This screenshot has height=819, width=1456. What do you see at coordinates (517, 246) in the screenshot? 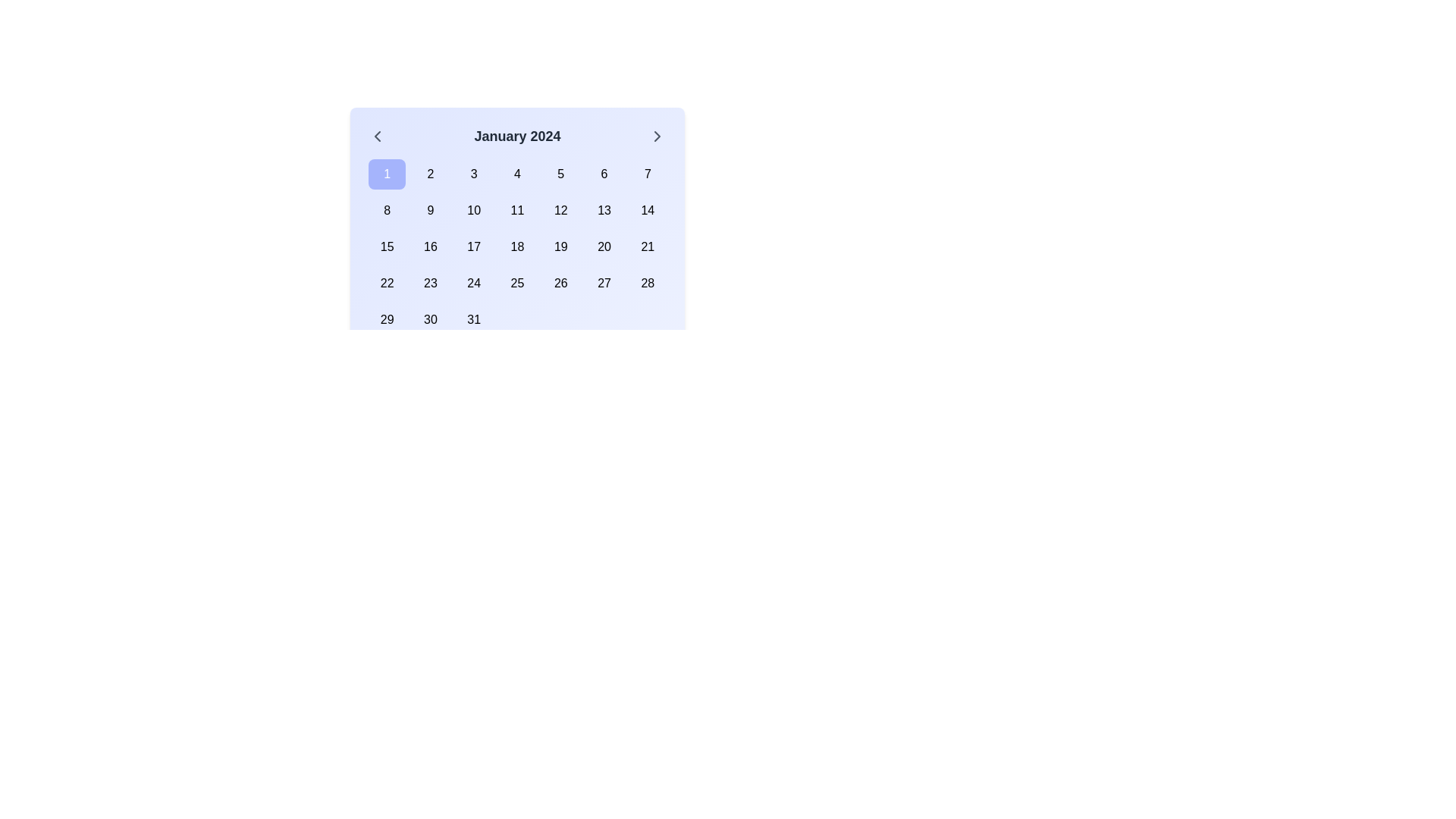
I see `the selectable date button representing January 18, 2024, located in the sixth row and fourth column of the calendar grid` at bounding box center [517, 246].